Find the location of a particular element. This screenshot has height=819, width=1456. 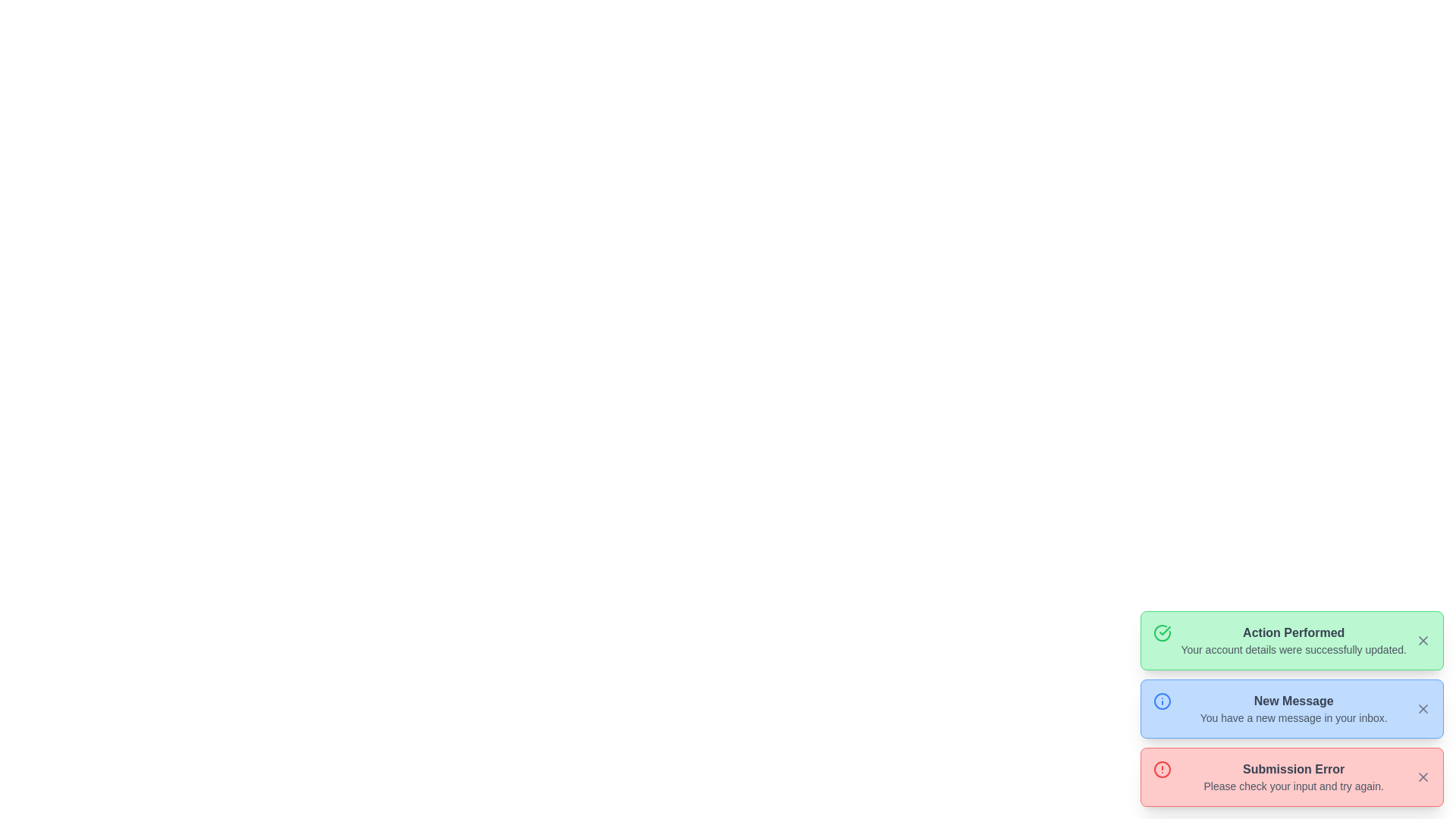

the SVG circle representing the alert status within the 'Submission Error' message section of the interface is located at coordinates (1162, 769).